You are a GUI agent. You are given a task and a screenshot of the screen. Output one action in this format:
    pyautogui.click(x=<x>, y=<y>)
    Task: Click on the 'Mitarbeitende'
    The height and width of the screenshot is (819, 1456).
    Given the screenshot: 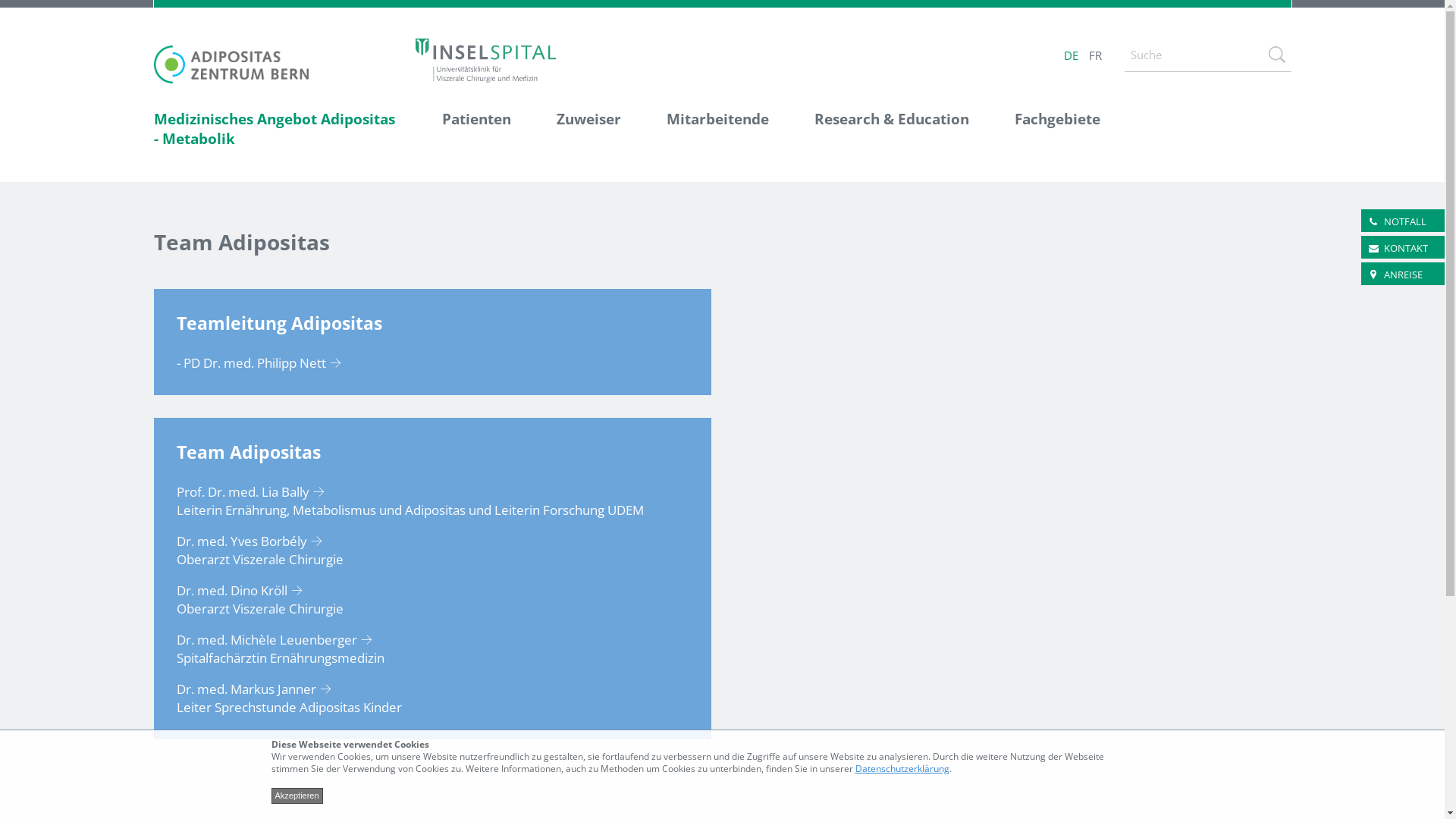 What is the action you would take?
    pyautogui.click(x=716, y=130)
    